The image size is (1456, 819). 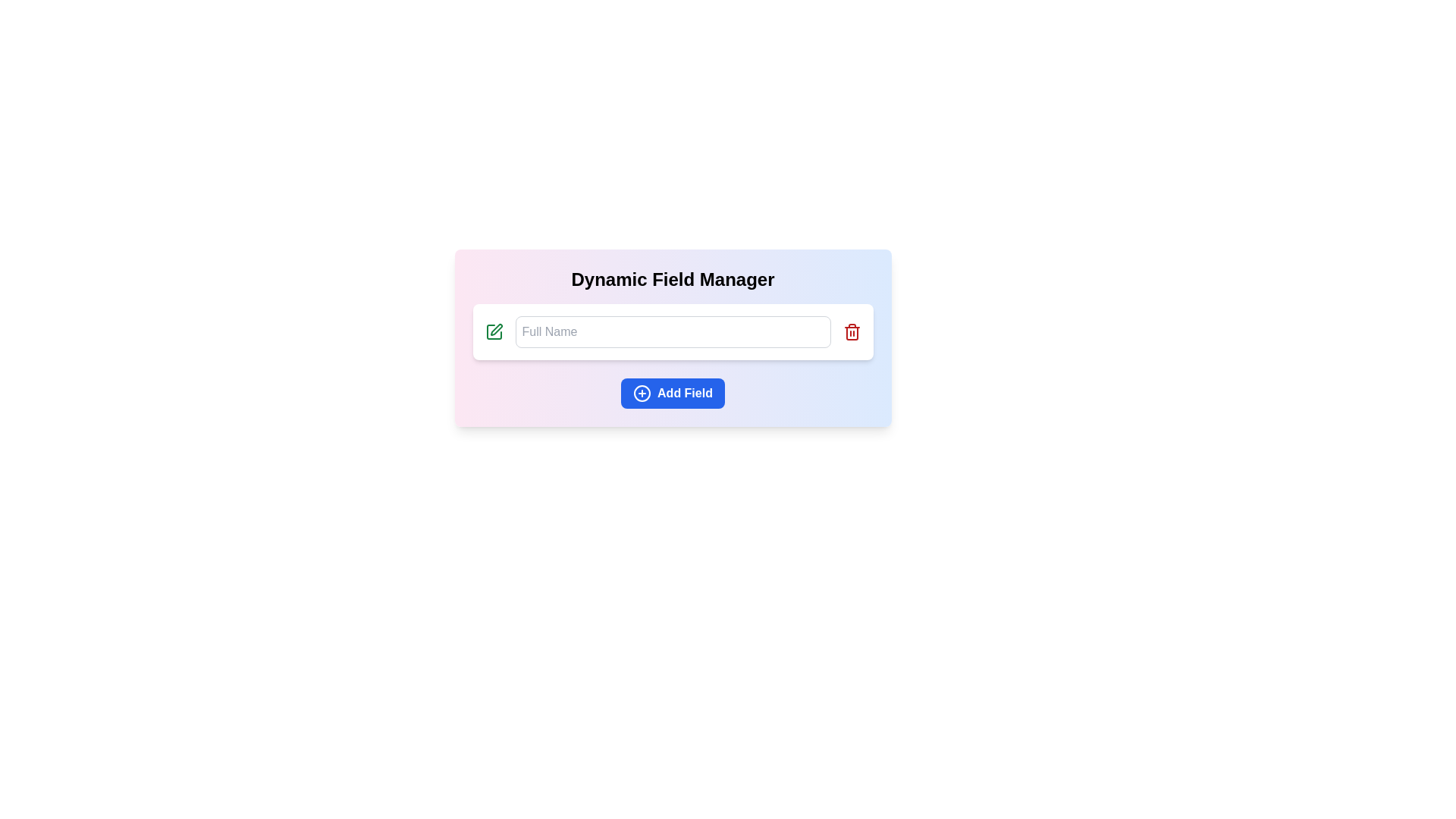 What do you see at coordinates (684, 393) in the screenshot?
I see `the 'Add Field' text label displayed in white color on the vibrant blue button, which is centrally aligned within the button` at bounding box center [684, 393].